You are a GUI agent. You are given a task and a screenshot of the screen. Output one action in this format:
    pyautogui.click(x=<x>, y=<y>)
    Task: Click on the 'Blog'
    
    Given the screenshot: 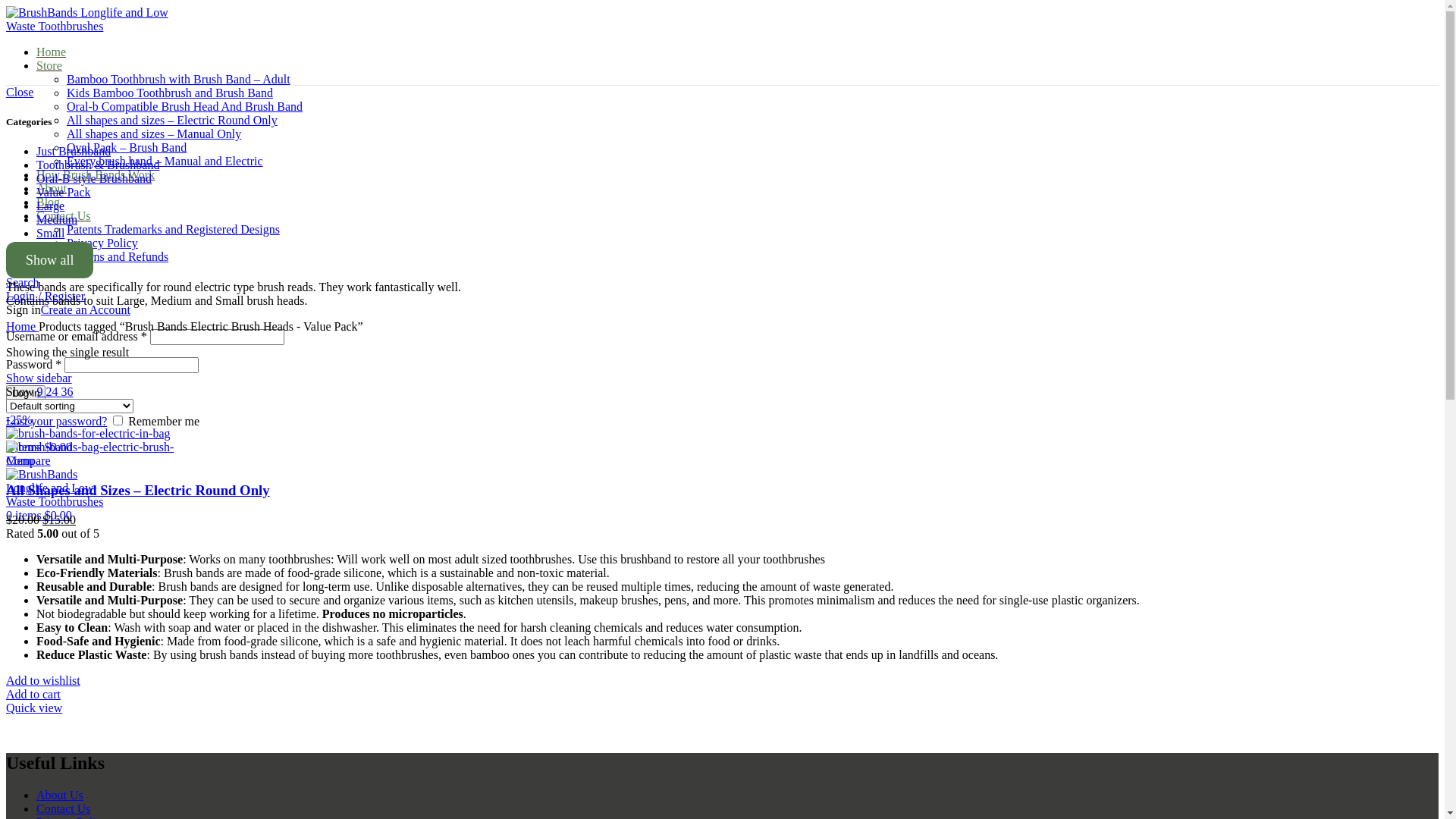 What is the action you would take?
    pyautogui.click(x=48, y=201)
    